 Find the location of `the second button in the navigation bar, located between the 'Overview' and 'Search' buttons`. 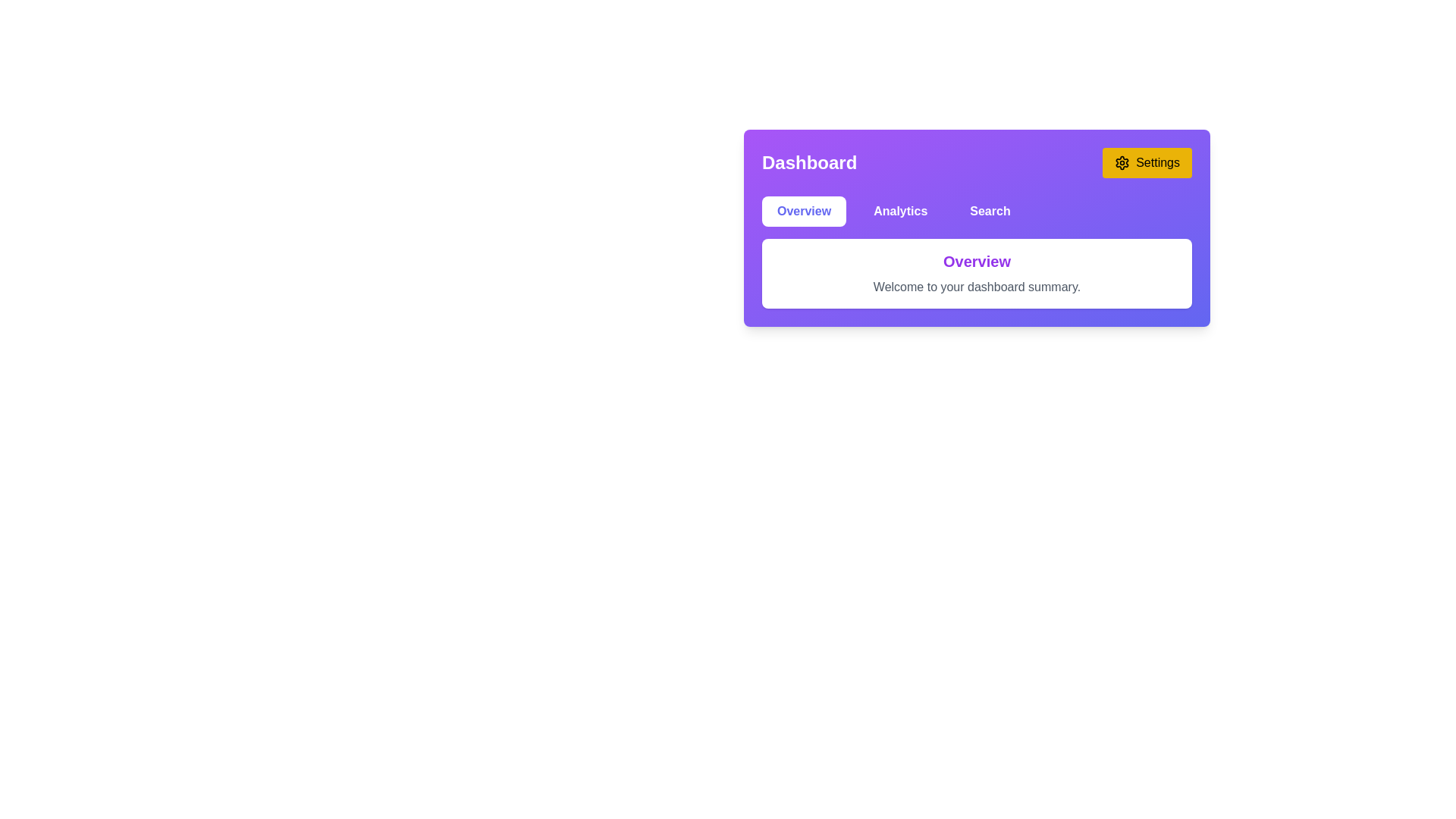

the second button in the navigation bar, located between the 'Overview' and 'Search' buttons is located at coordinates (900, 211).